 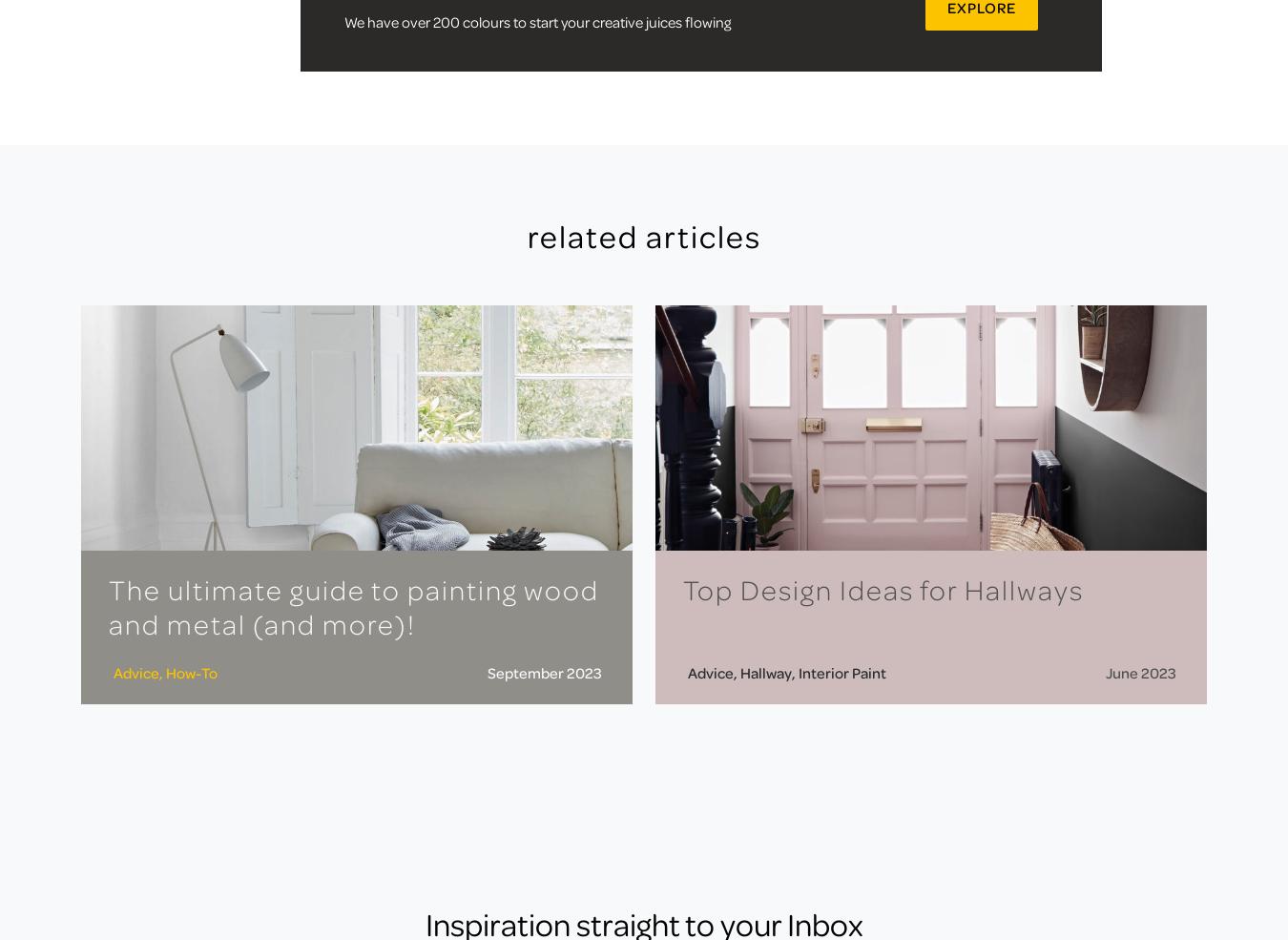 What do you see at coordinates (543, 671) in the screenshot?
I see `'September  2023'` at bounding box center [543, 671].